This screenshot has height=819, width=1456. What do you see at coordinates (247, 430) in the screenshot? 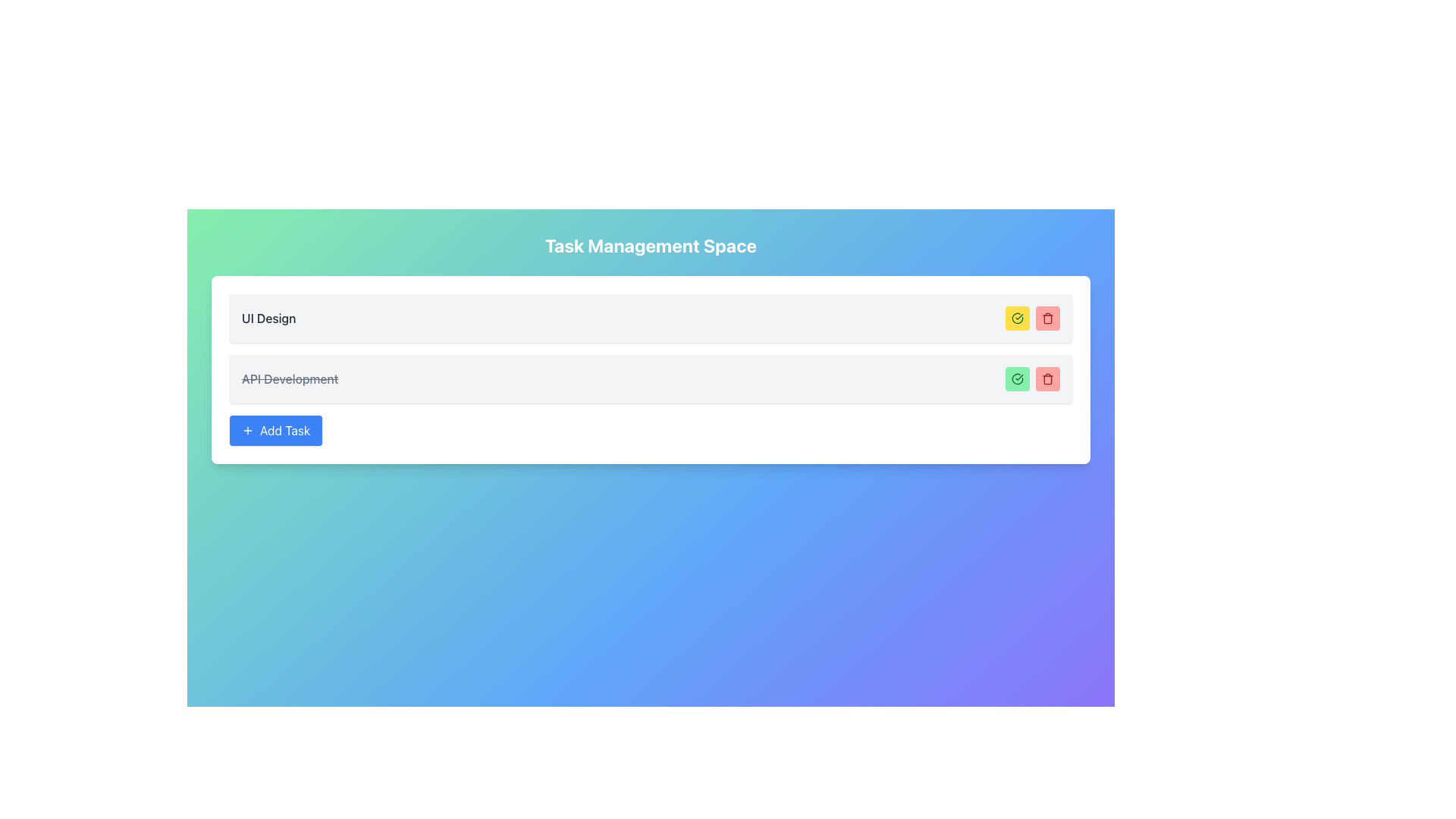
I see `the Icon located on the left side of the 'Add Task' button, adjacent to the label 'Add Task'` at bounding box center [247, 430].